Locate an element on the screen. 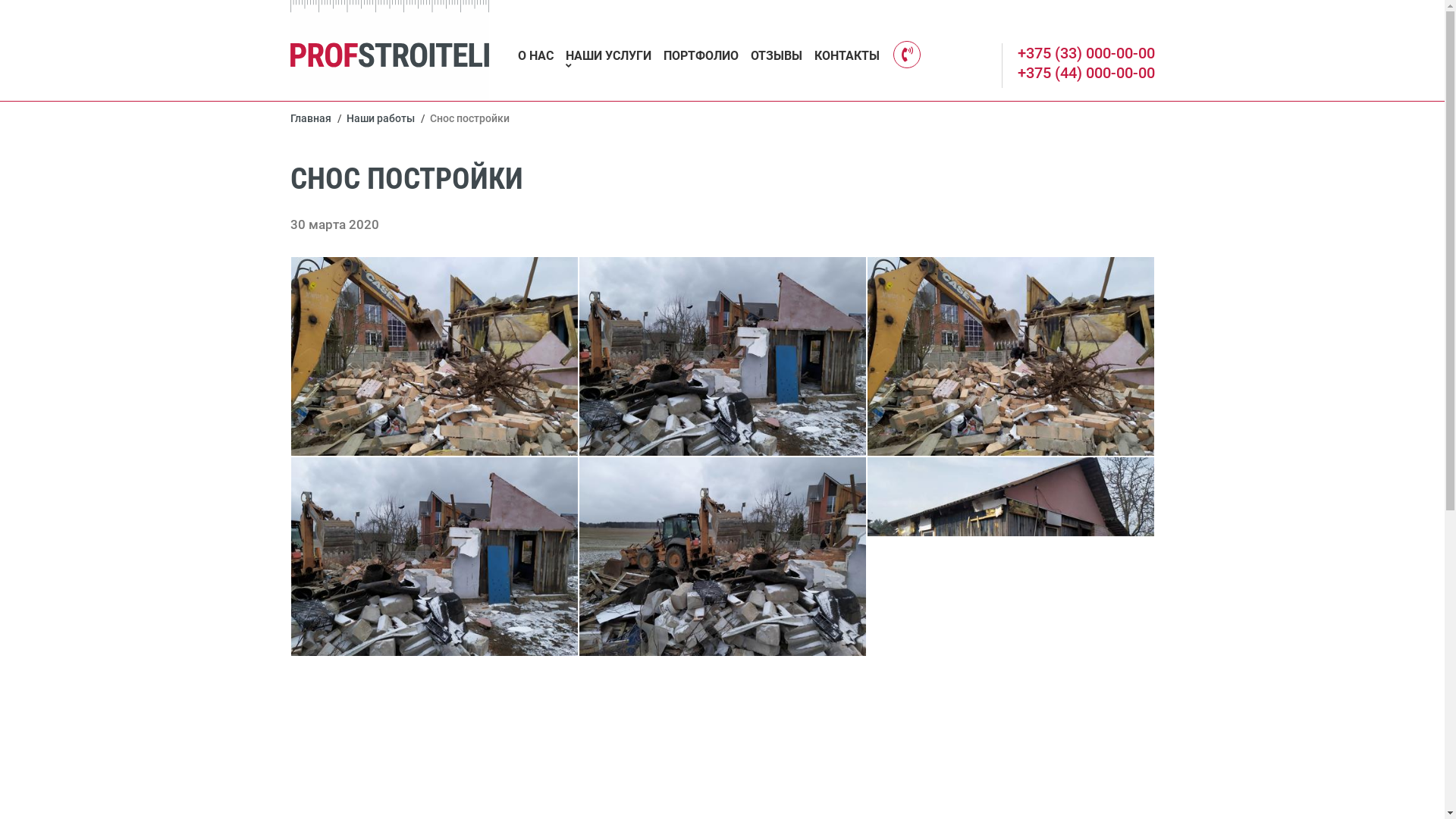 The image size is (1456, 819). '+375 (44) 000-00-00' is located at coordinates (1018, 73).